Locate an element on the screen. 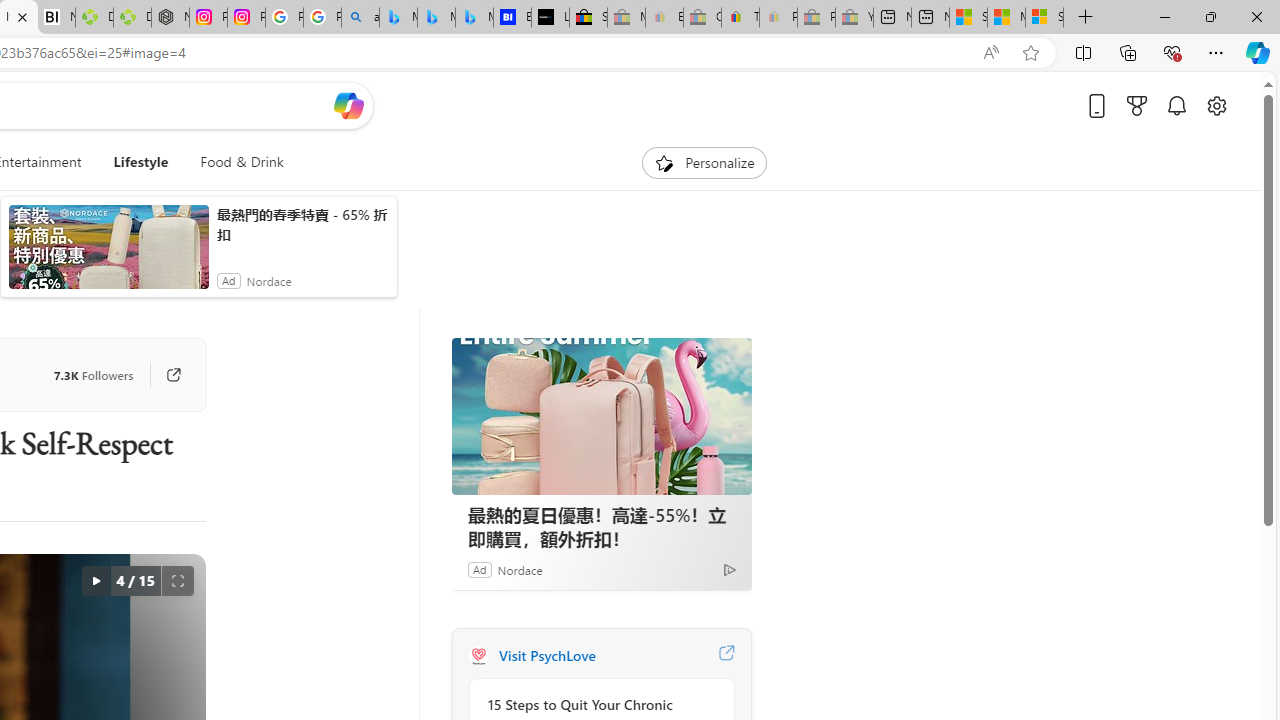 This screenshot has width=1280, height=720. 'Visit PsychLove website' is located at coordinates (725, 655).